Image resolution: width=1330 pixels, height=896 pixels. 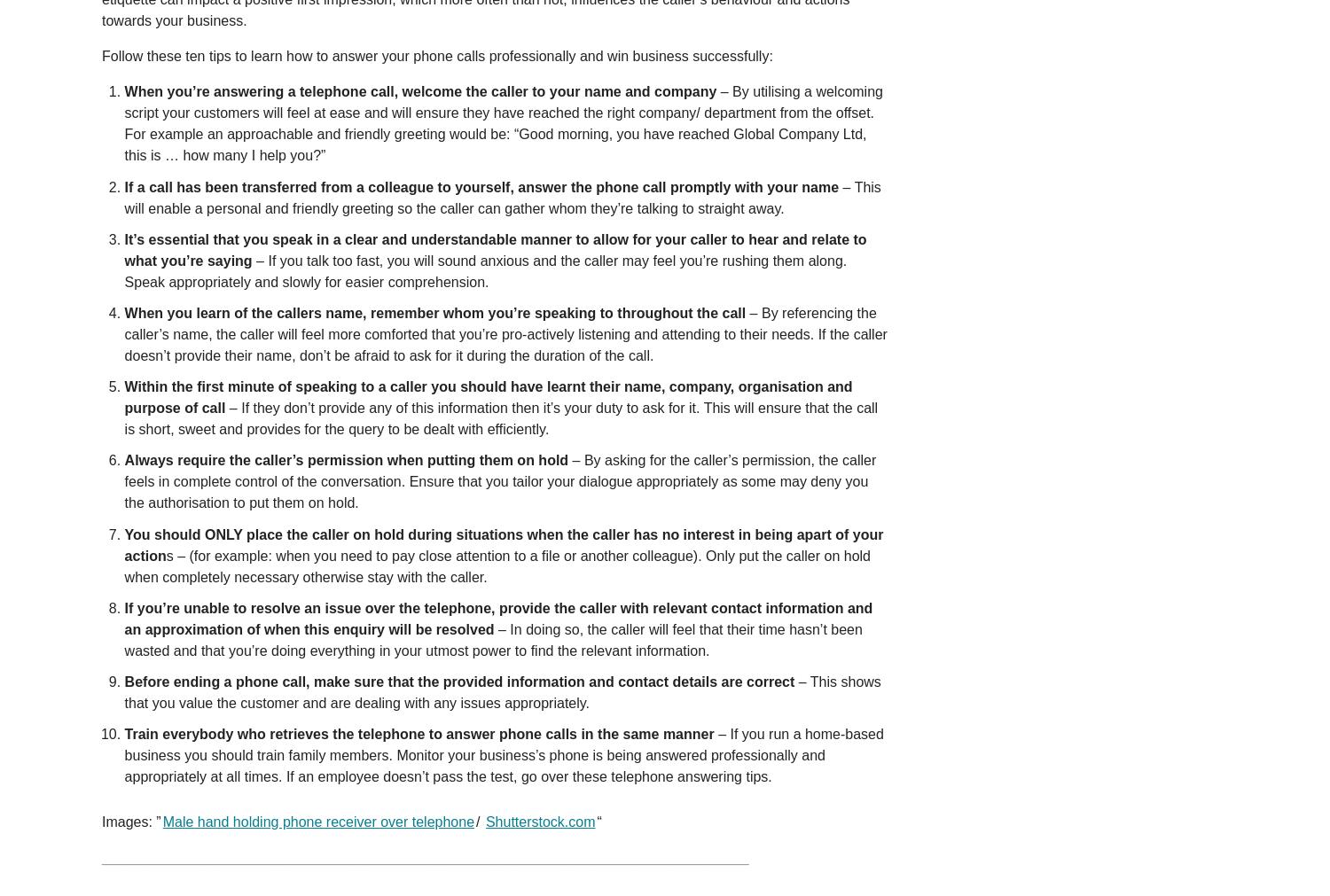 What do you see at coordinates (424, 857) in the screenshot?
I see `'__________________________________________________________________________________'` at bounding box center [424, 857].